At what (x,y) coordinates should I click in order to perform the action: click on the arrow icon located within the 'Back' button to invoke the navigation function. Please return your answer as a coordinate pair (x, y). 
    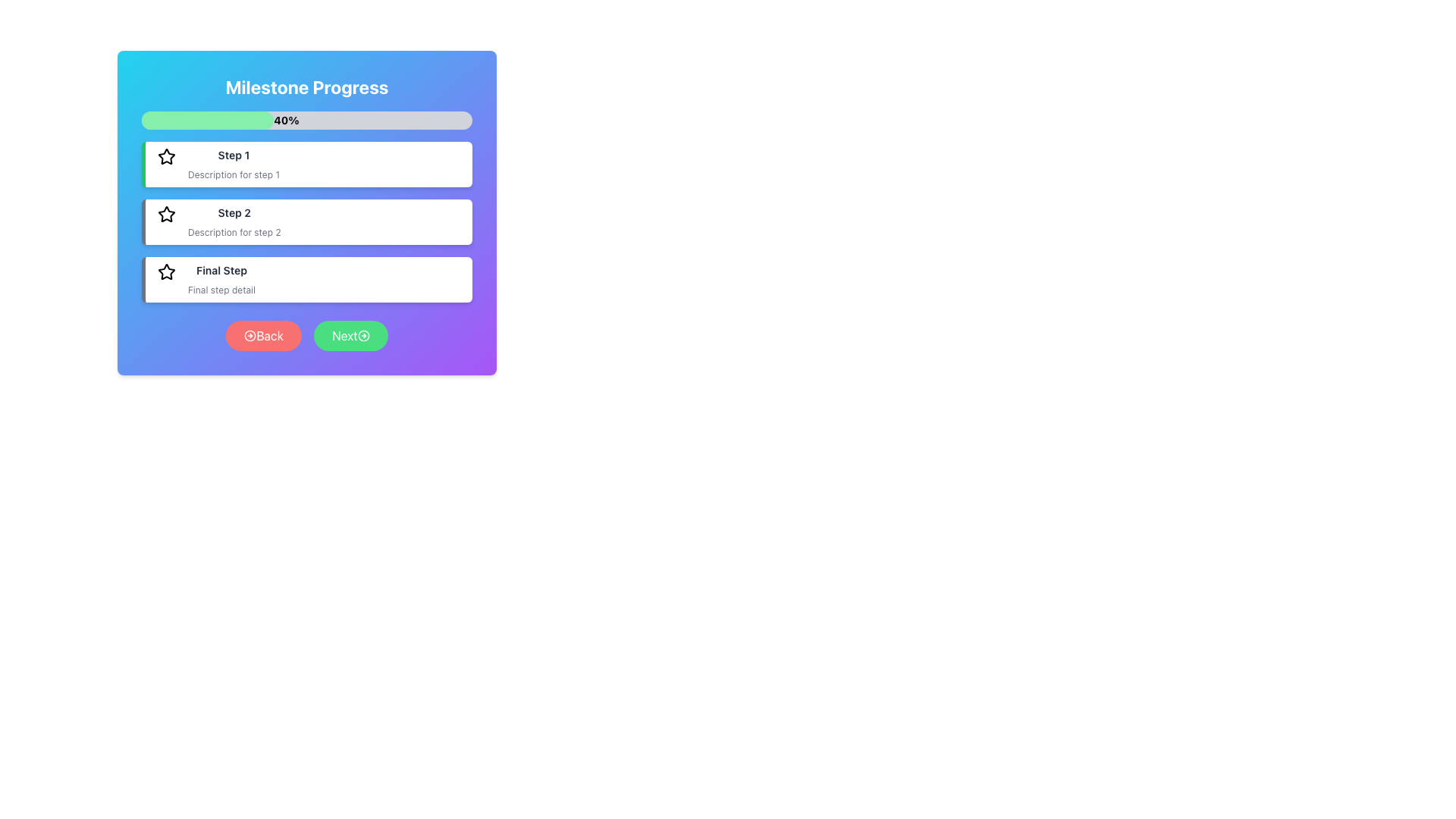
    Looking at the image, I should click on (250, 335).